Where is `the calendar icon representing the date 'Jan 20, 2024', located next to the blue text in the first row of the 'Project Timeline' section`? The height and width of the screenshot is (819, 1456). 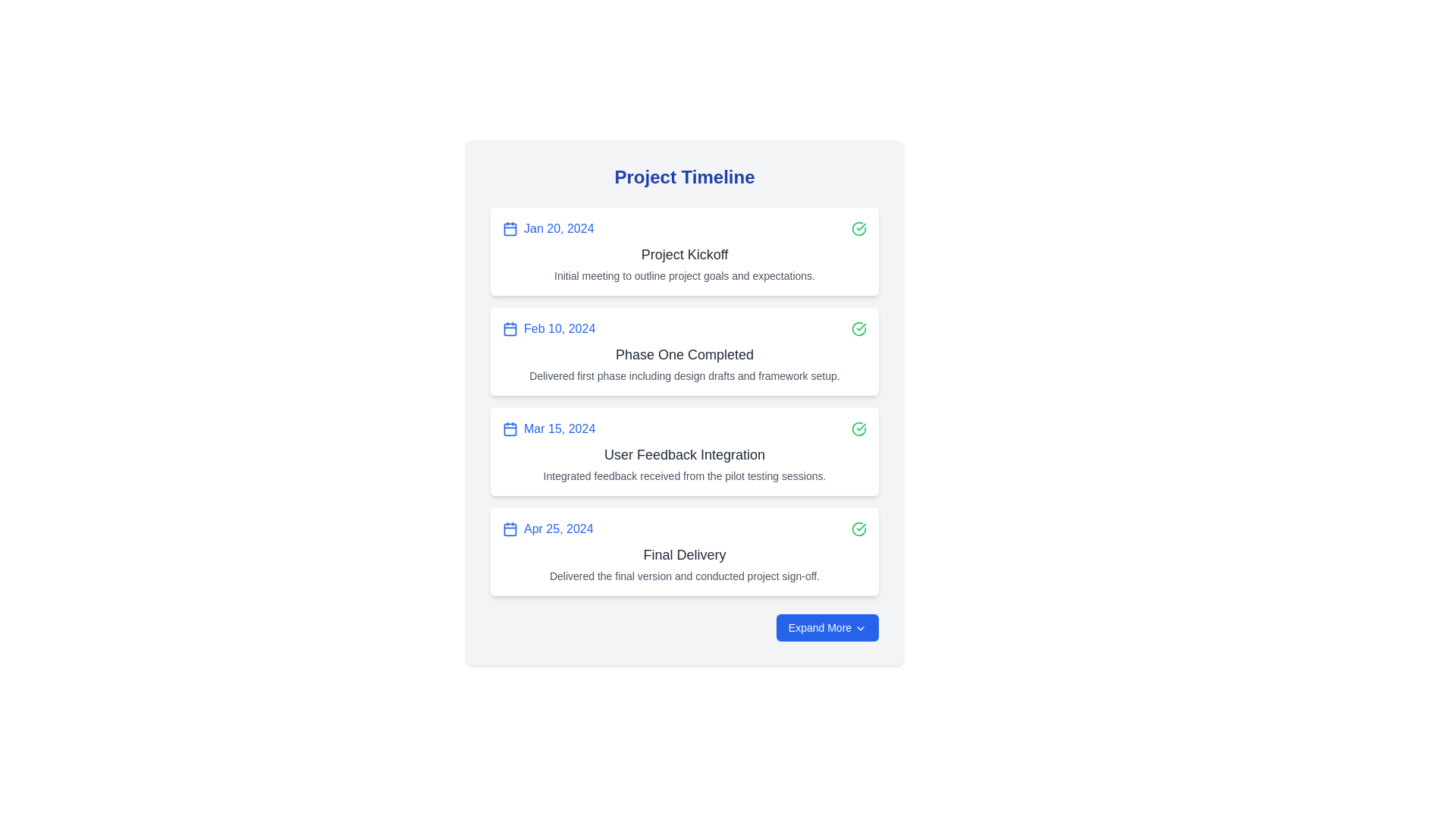 the calendar icon representing the date 'Jan 20, 2024', located next to the blue text in the first row of the 'Project Timeline' section is located at coordinates (510, 228).